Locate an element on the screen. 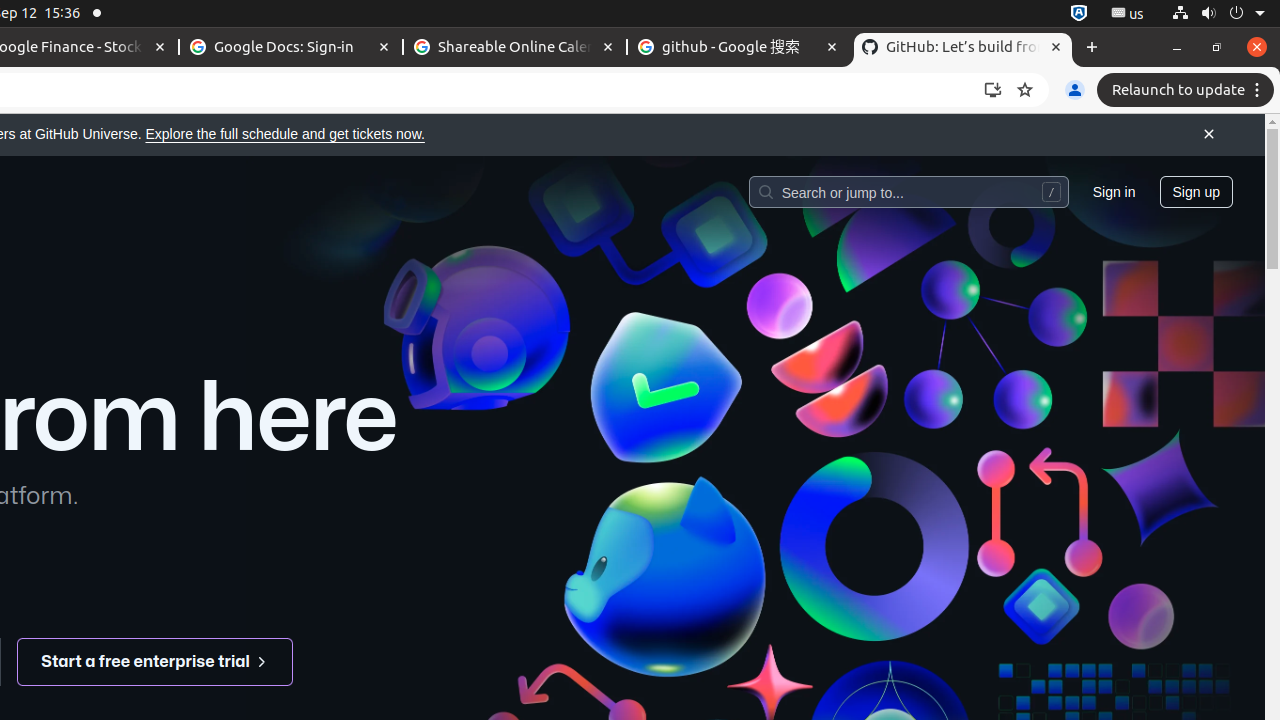  'Close' is located at coordinates (1207, 135).